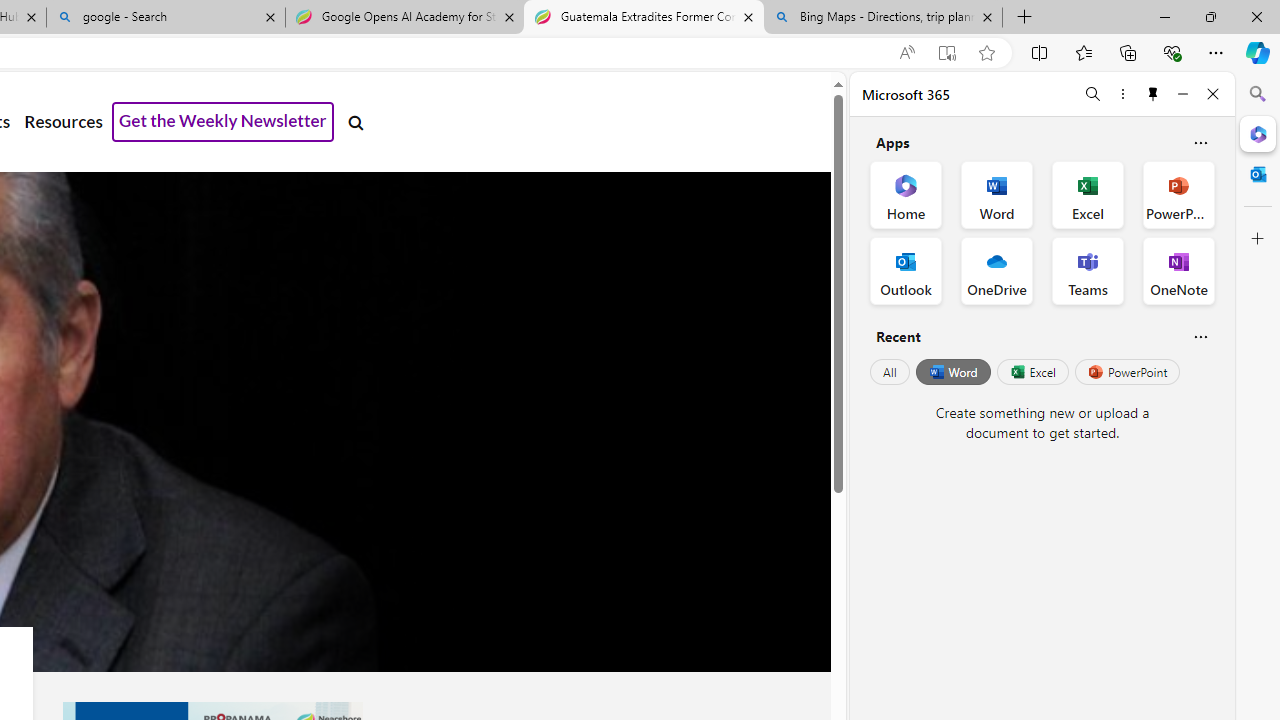 The width and height of the screenshot is (1280, 720). What do you see at coordinates (403, 17) in the screenshot?
I see `'Google Opens AI Academy for Startups - Nearshore Americas'` at bounding box center [403, 17].